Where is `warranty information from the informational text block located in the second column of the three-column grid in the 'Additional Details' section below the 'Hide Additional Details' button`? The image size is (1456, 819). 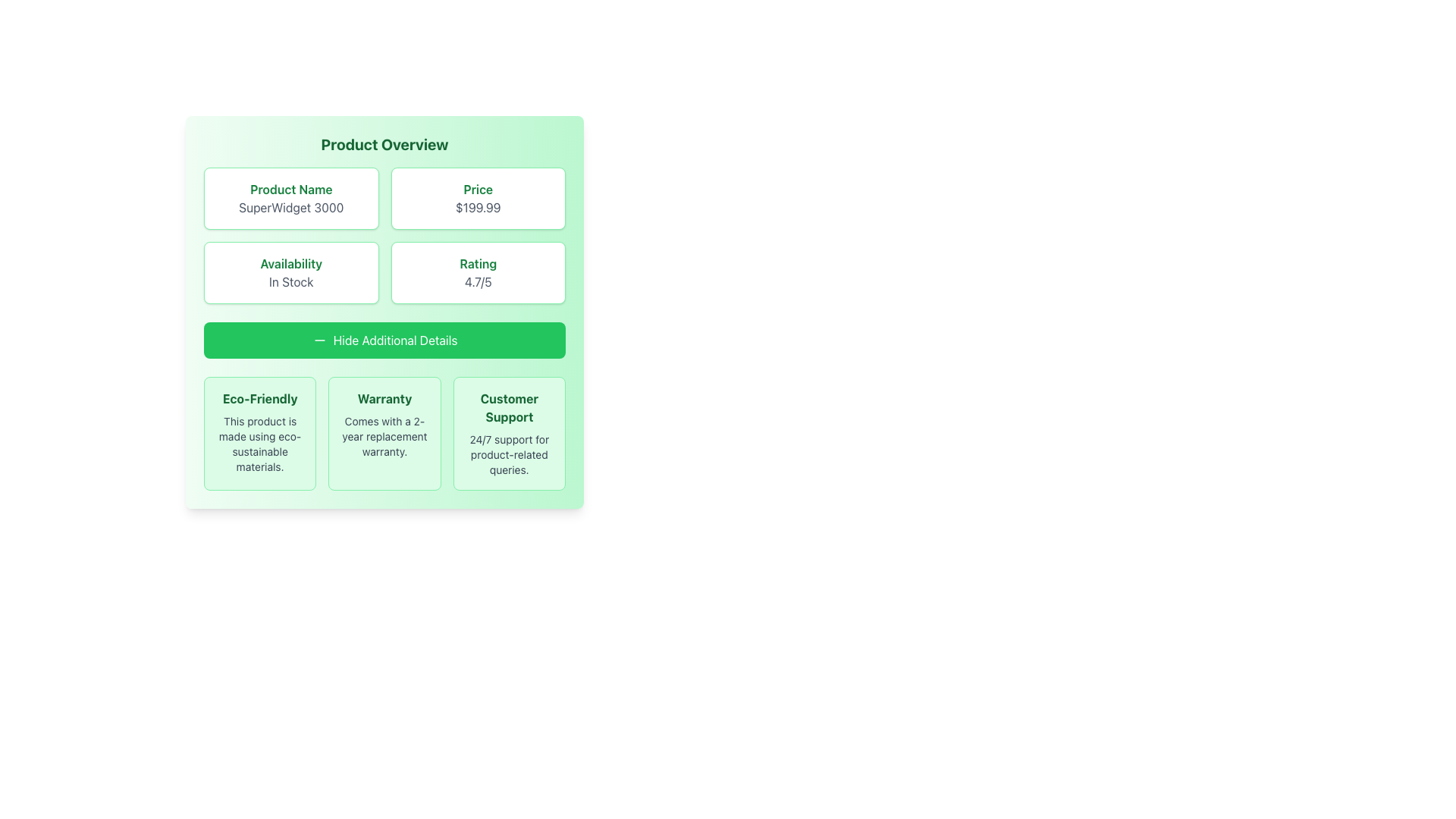 warranty information from the informational text block located in the second column of the three-column grid in the 'Additional Details' section below the 'Hide Additional Details' button is located at coordinates (384, 433).